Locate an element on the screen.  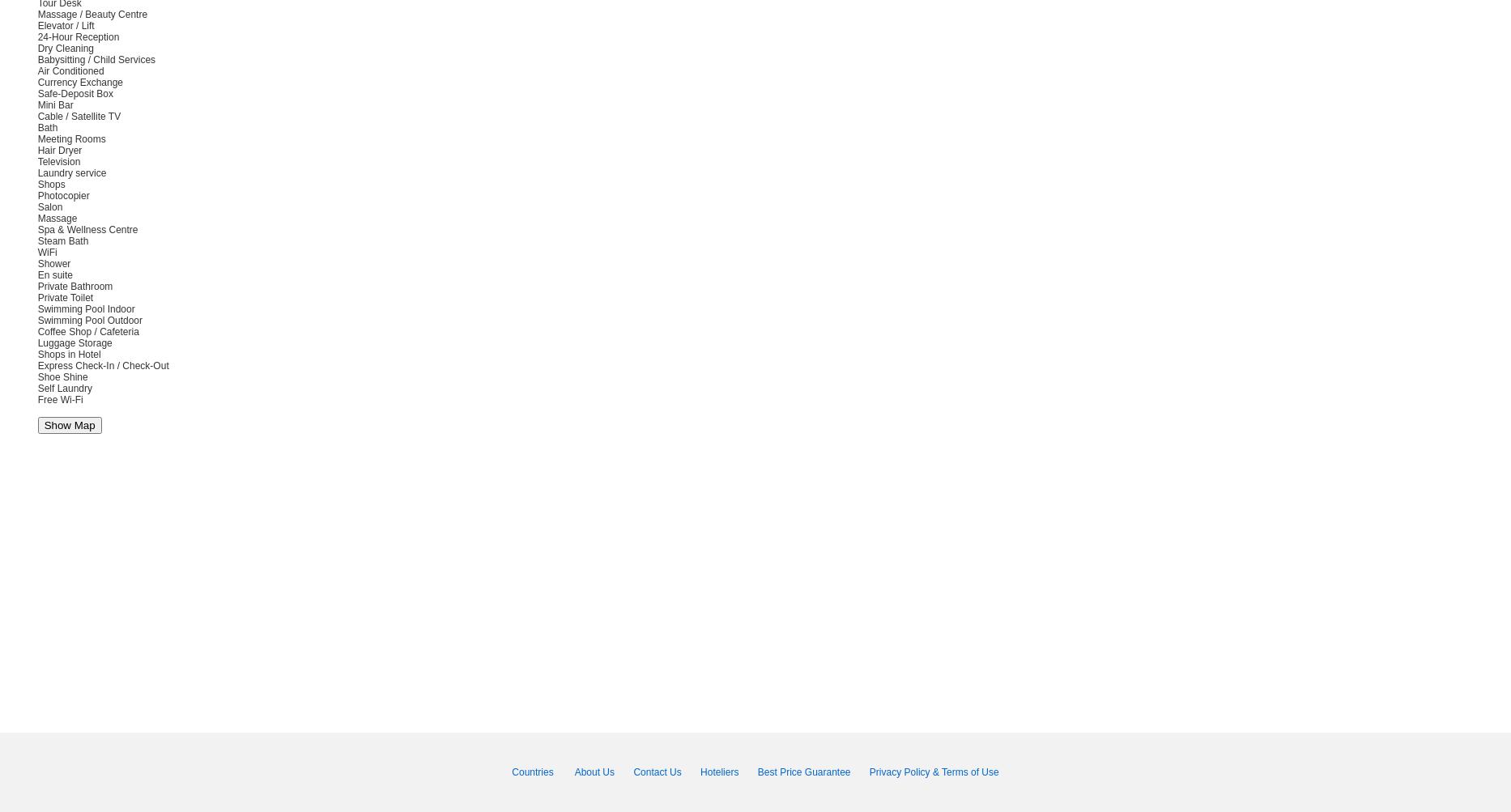
'En suite' is located at coordinates (54, 274).